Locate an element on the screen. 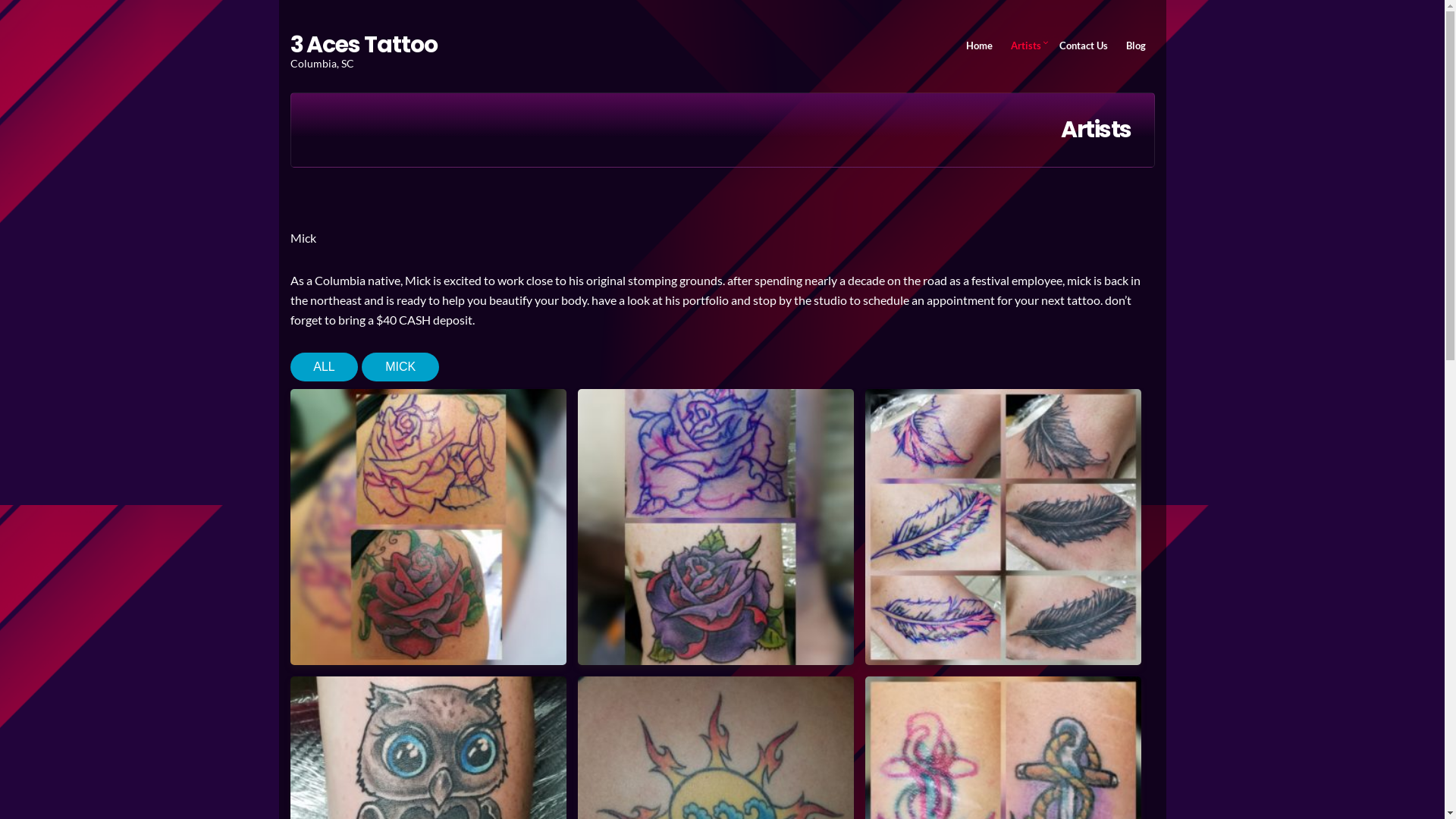  'MICK' is located at coordinates (400, 366).